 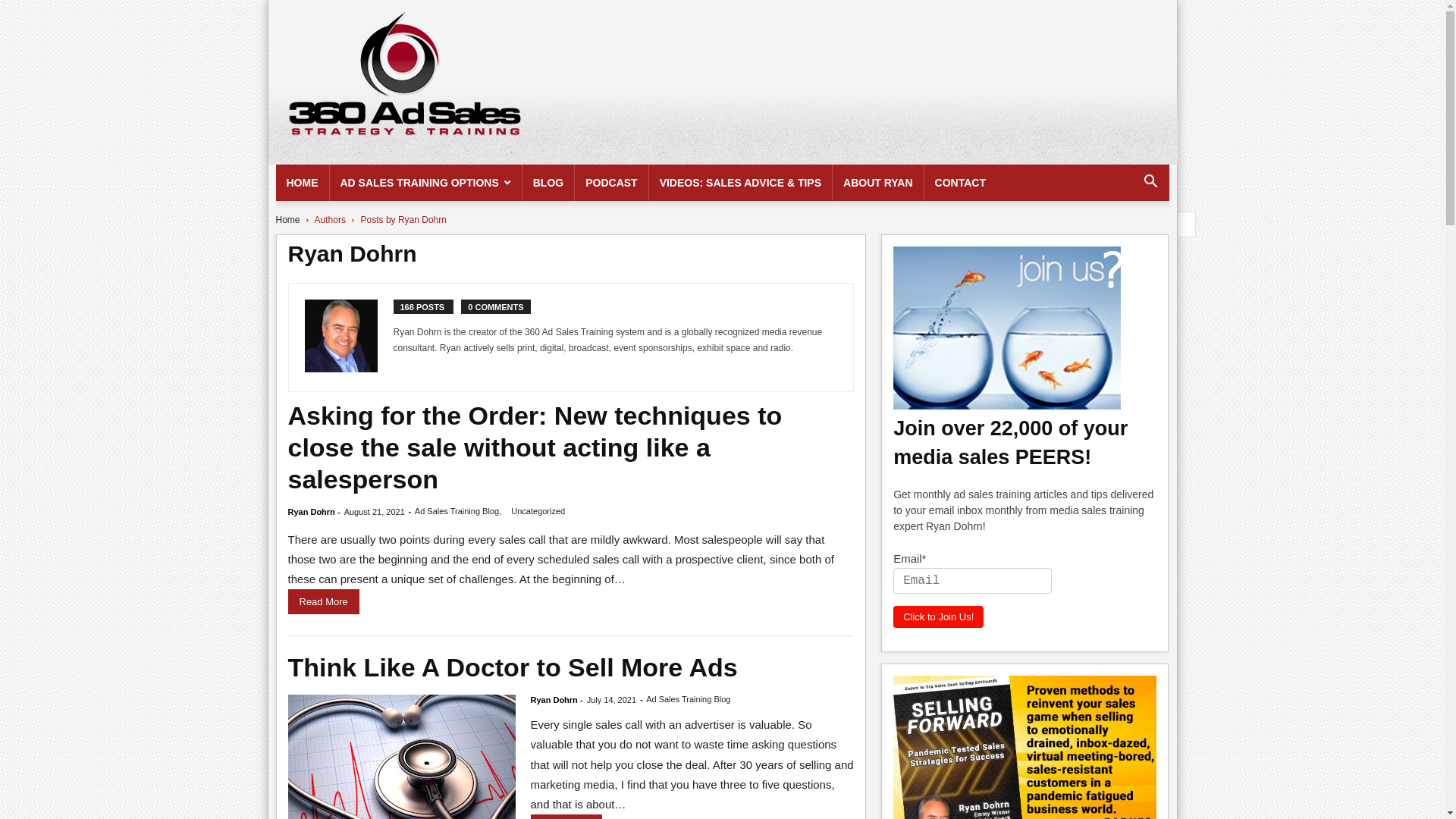 I want to click on 'Click to Join Us!', so click(x=937, y=617).